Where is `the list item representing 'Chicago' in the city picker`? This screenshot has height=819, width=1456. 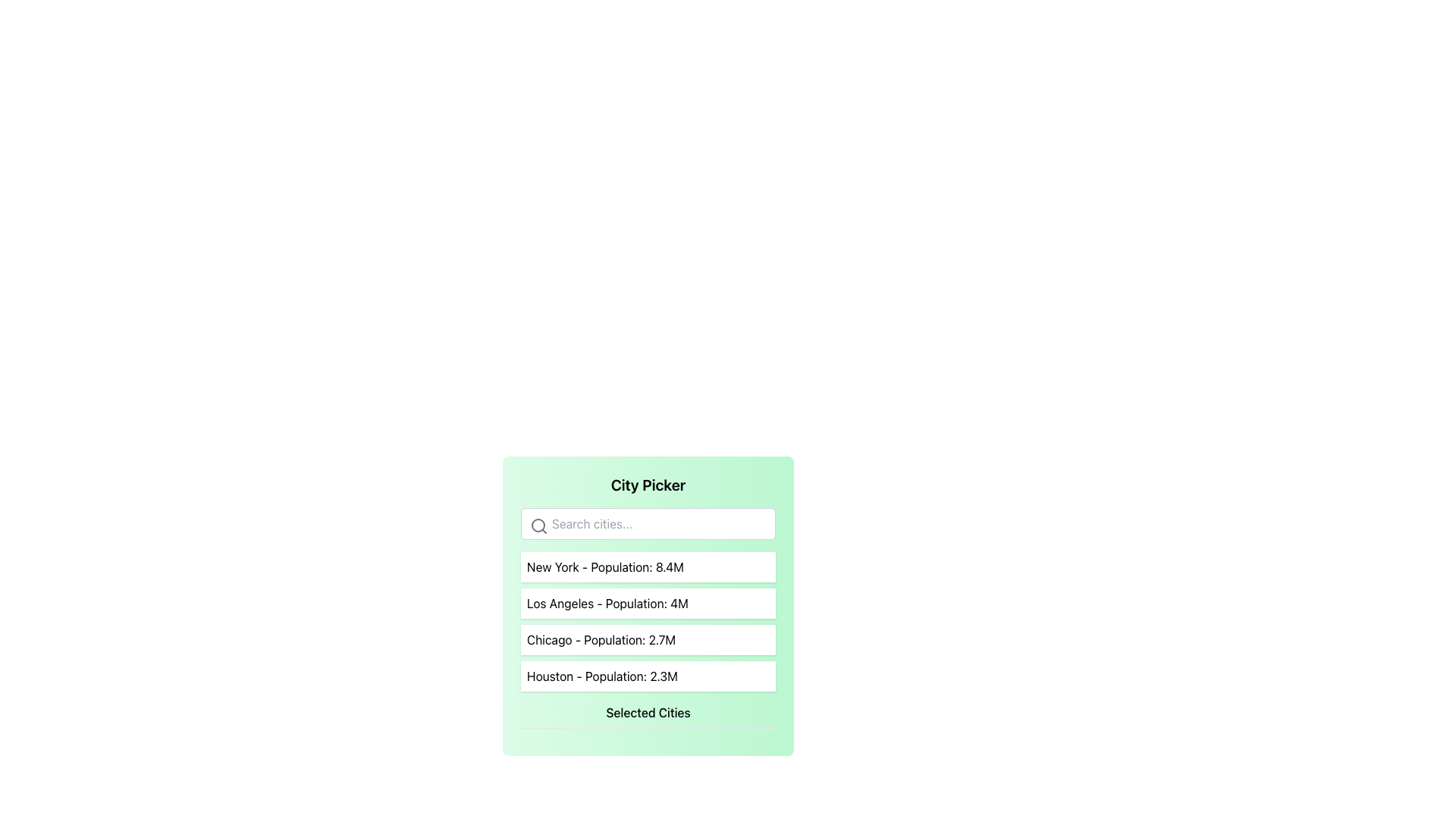 the list item representing 'Chicago' in the city picker is located at coordinates (648, 640).